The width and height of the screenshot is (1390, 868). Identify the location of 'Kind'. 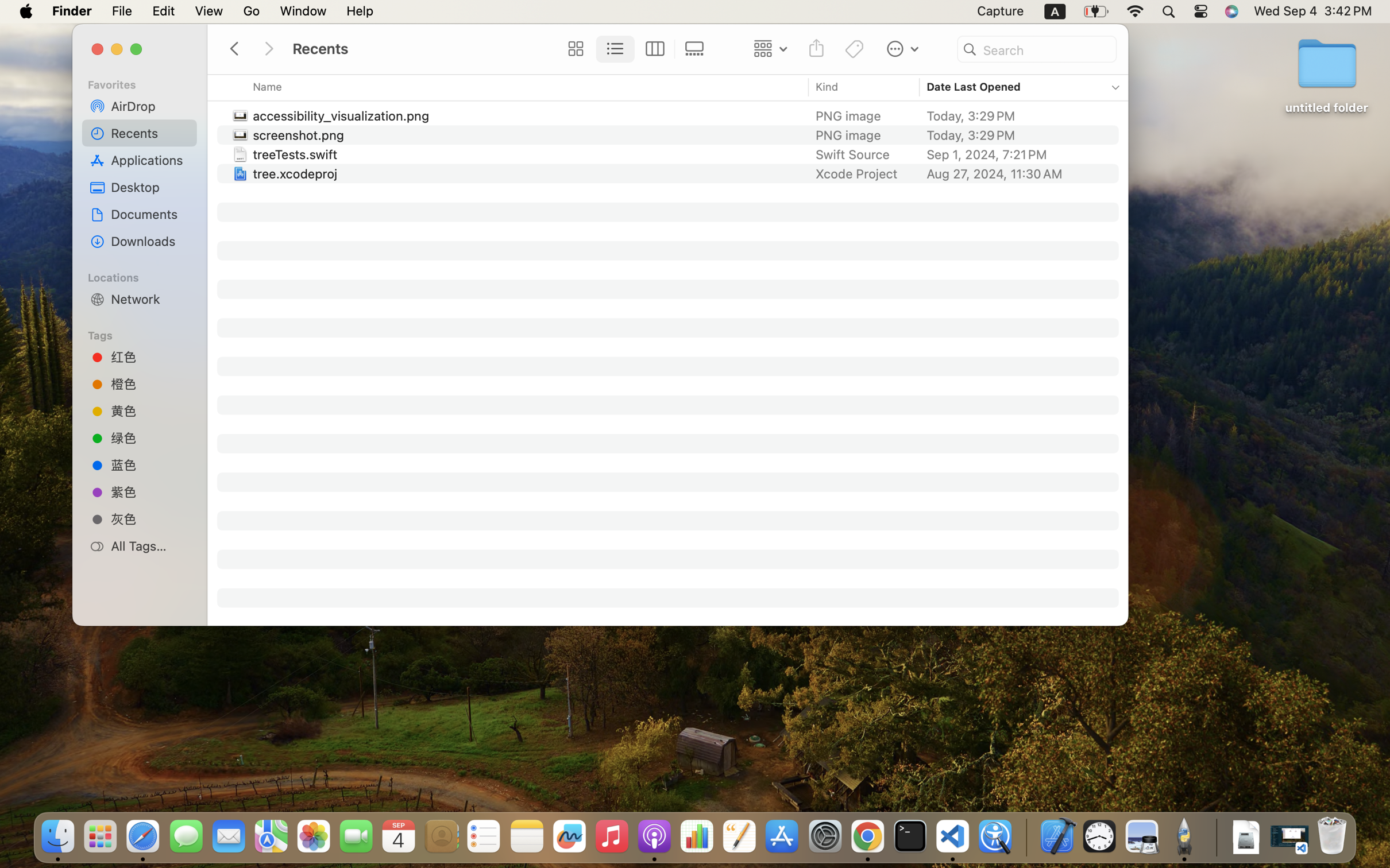
(827, 86).